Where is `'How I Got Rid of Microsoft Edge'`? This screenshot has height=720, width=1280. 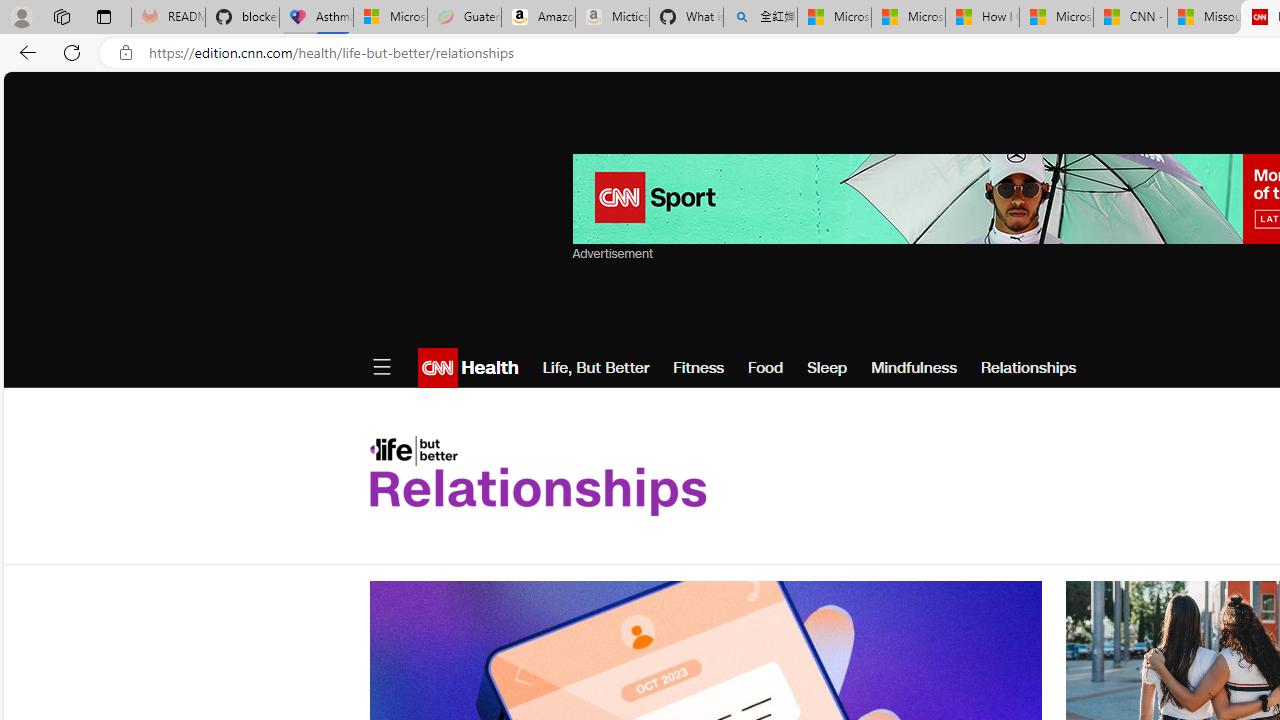
'How I Got Rid of Microsoft Edge' is located at coordinates (982, 17).